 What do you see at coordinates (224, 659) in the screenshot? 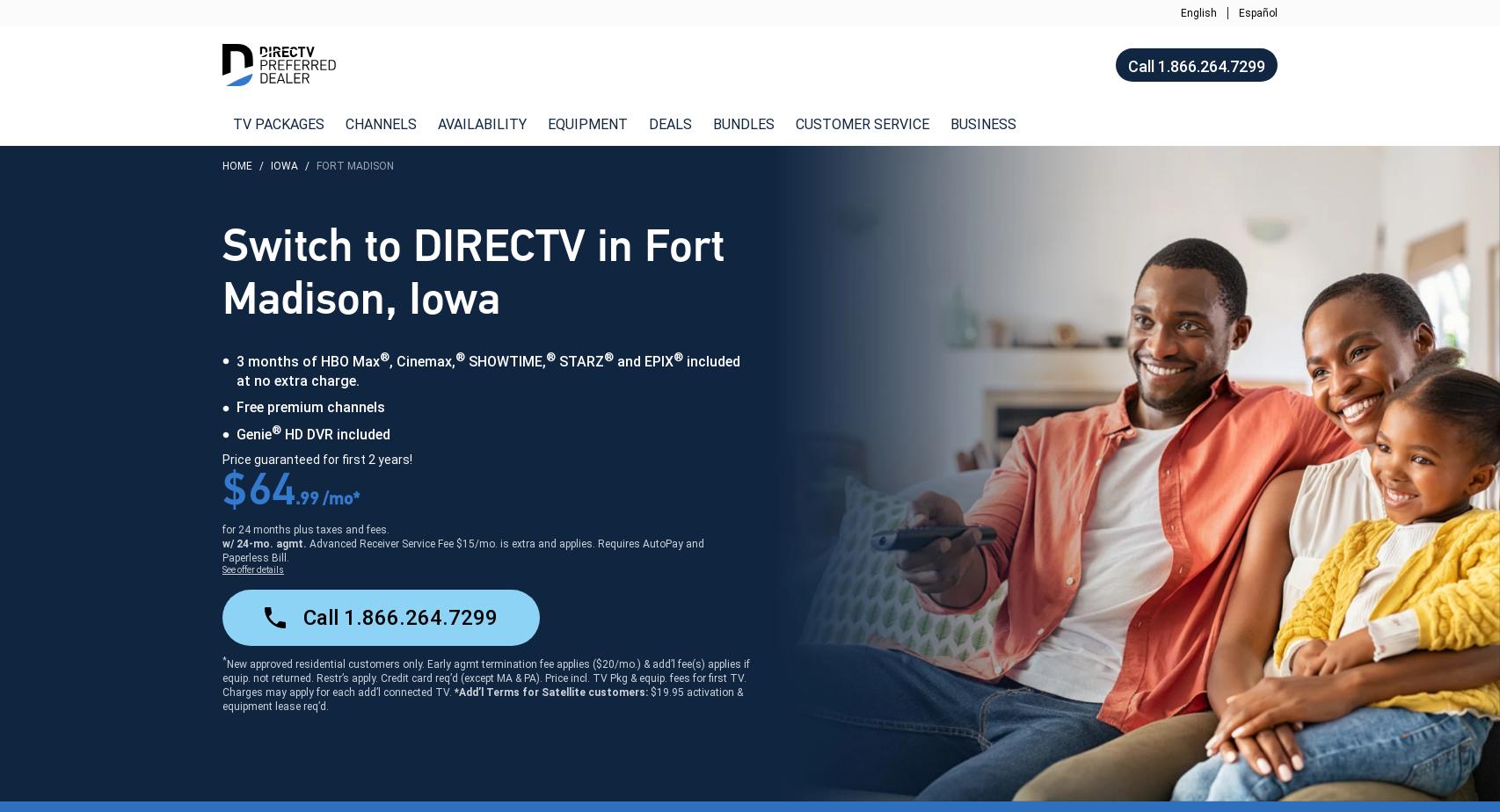
I see `'*'` at bounding box center [224, 659].